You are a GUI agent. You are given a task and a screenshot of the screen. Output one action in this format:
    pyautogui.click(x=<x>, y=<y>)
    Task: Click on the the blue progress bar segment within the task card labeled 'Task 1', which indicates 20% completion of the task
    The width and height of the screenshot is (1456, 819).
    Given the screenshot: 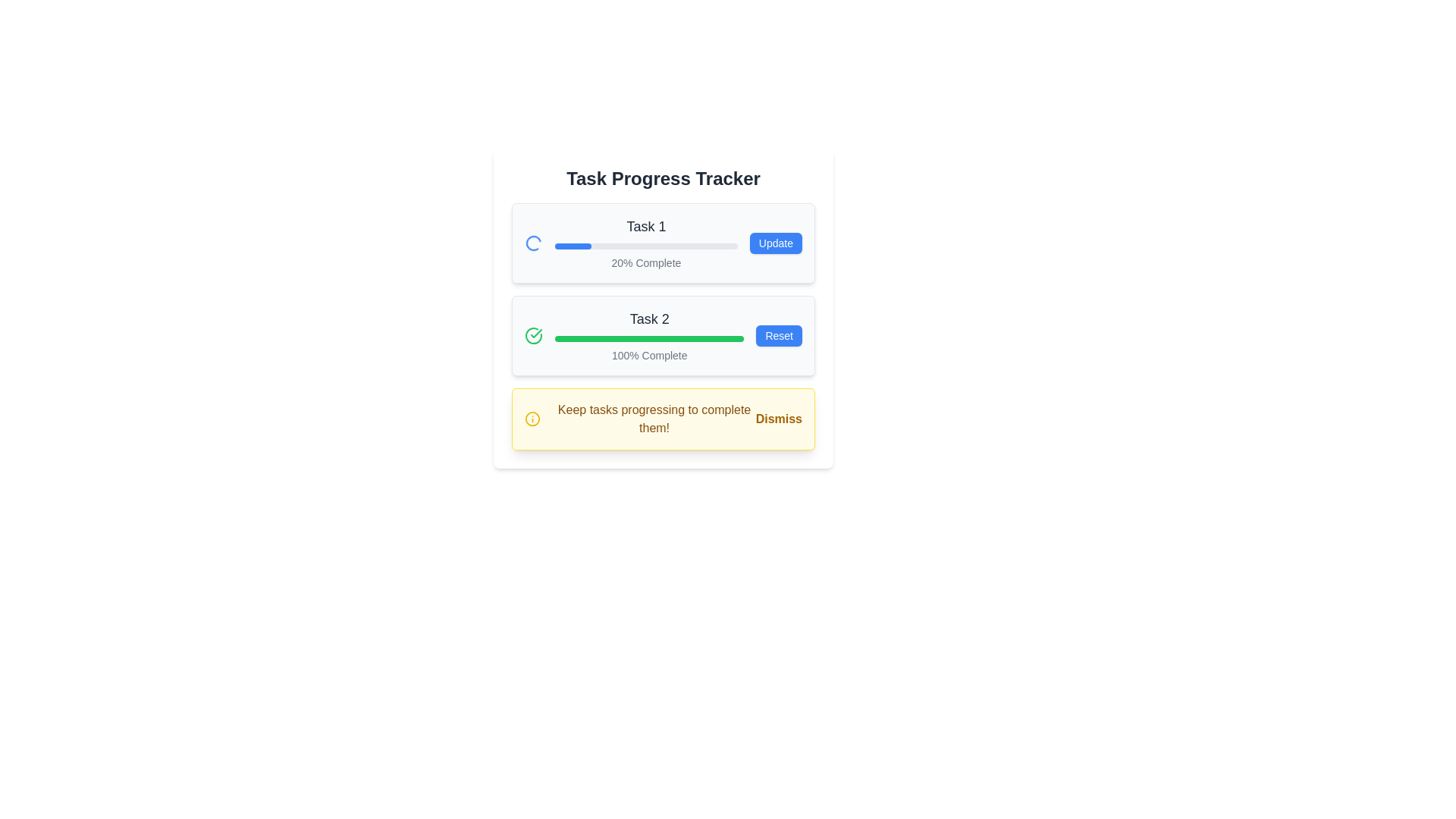 What is the action you would take?
    pyautogui.click(x=573, y=245)
    